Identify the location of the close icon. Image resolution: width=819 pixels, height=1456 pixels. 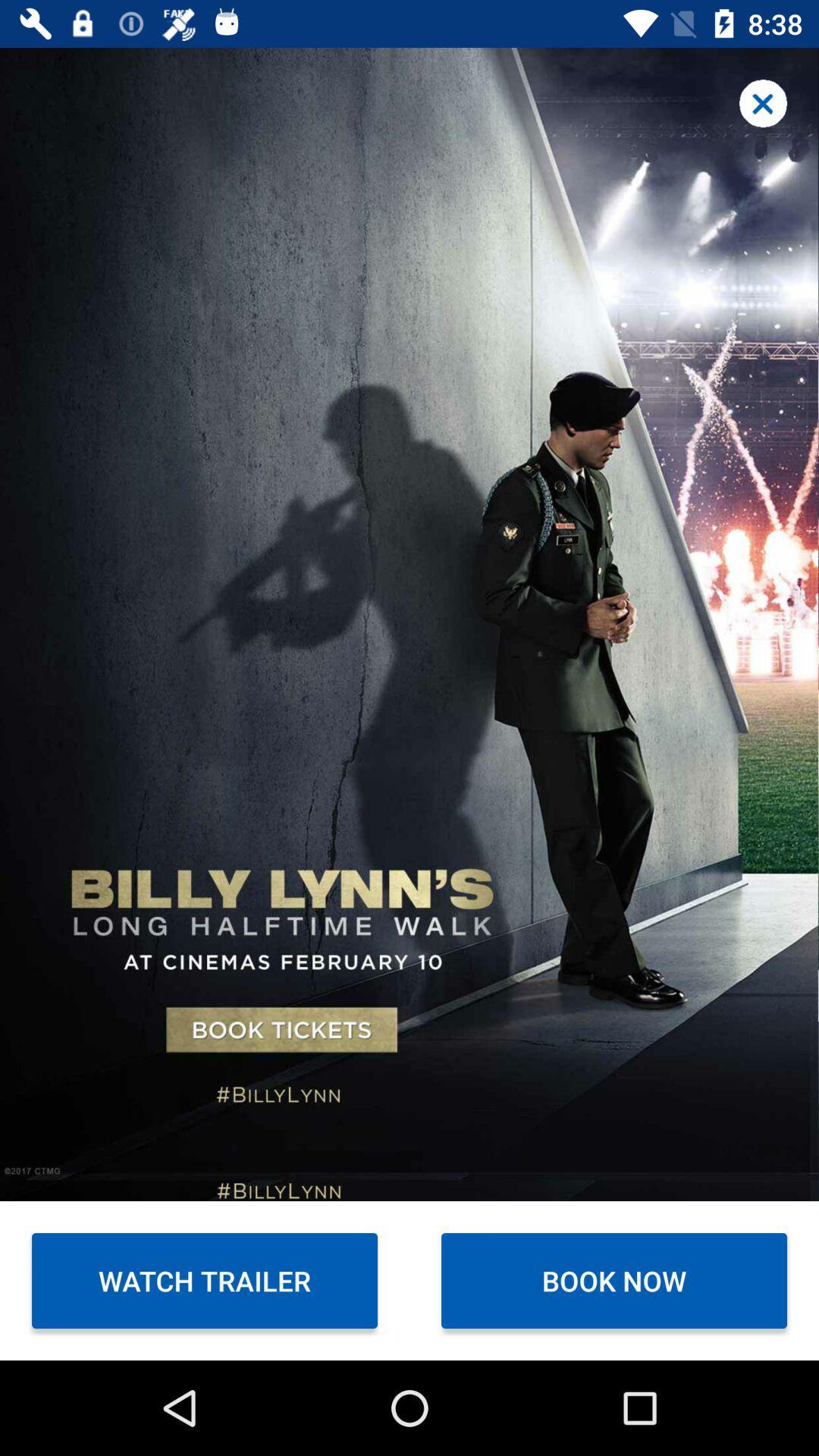
(763, 102).